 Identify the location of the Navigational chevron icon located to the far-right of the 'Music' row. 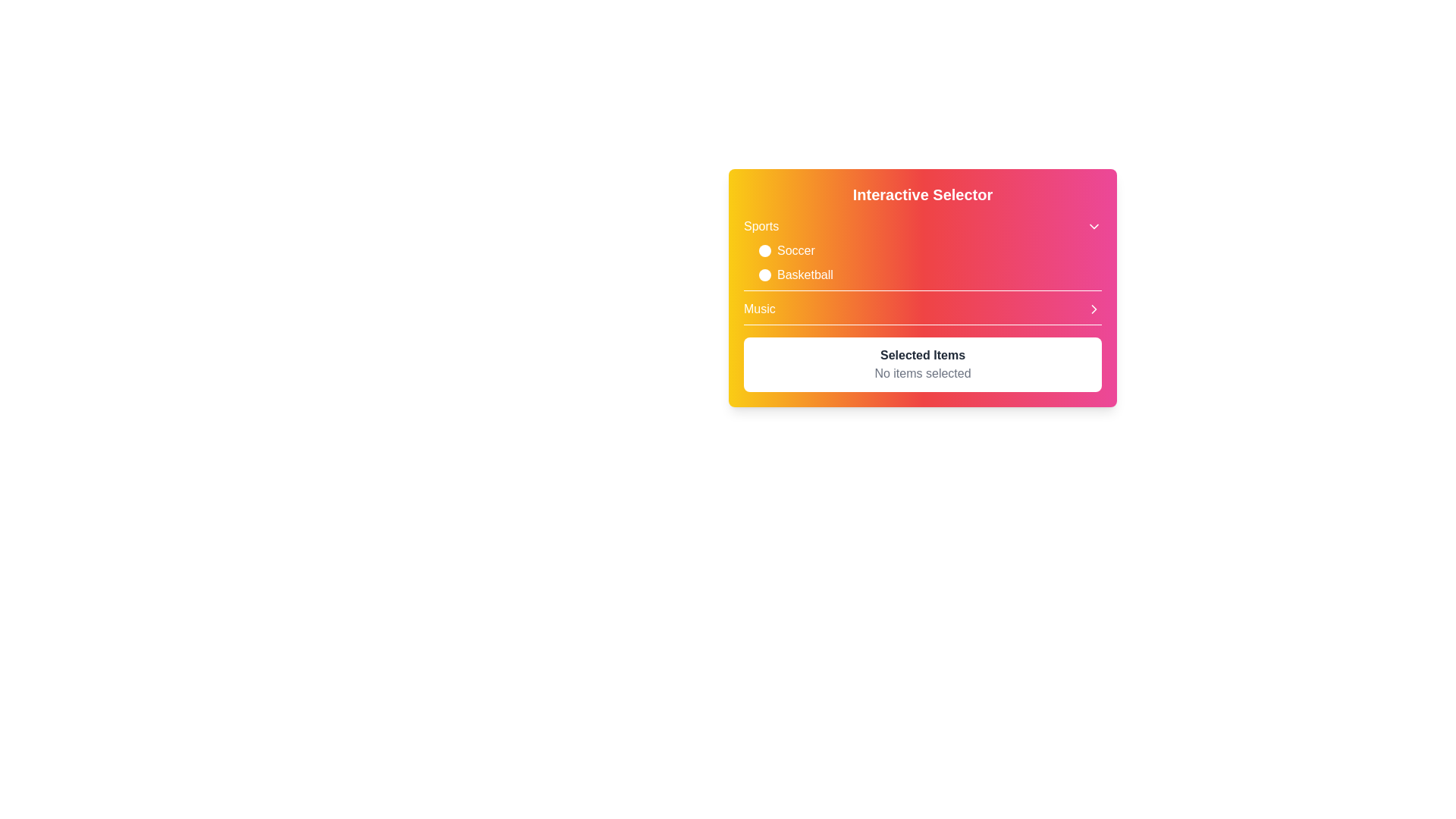
(1094, 309).